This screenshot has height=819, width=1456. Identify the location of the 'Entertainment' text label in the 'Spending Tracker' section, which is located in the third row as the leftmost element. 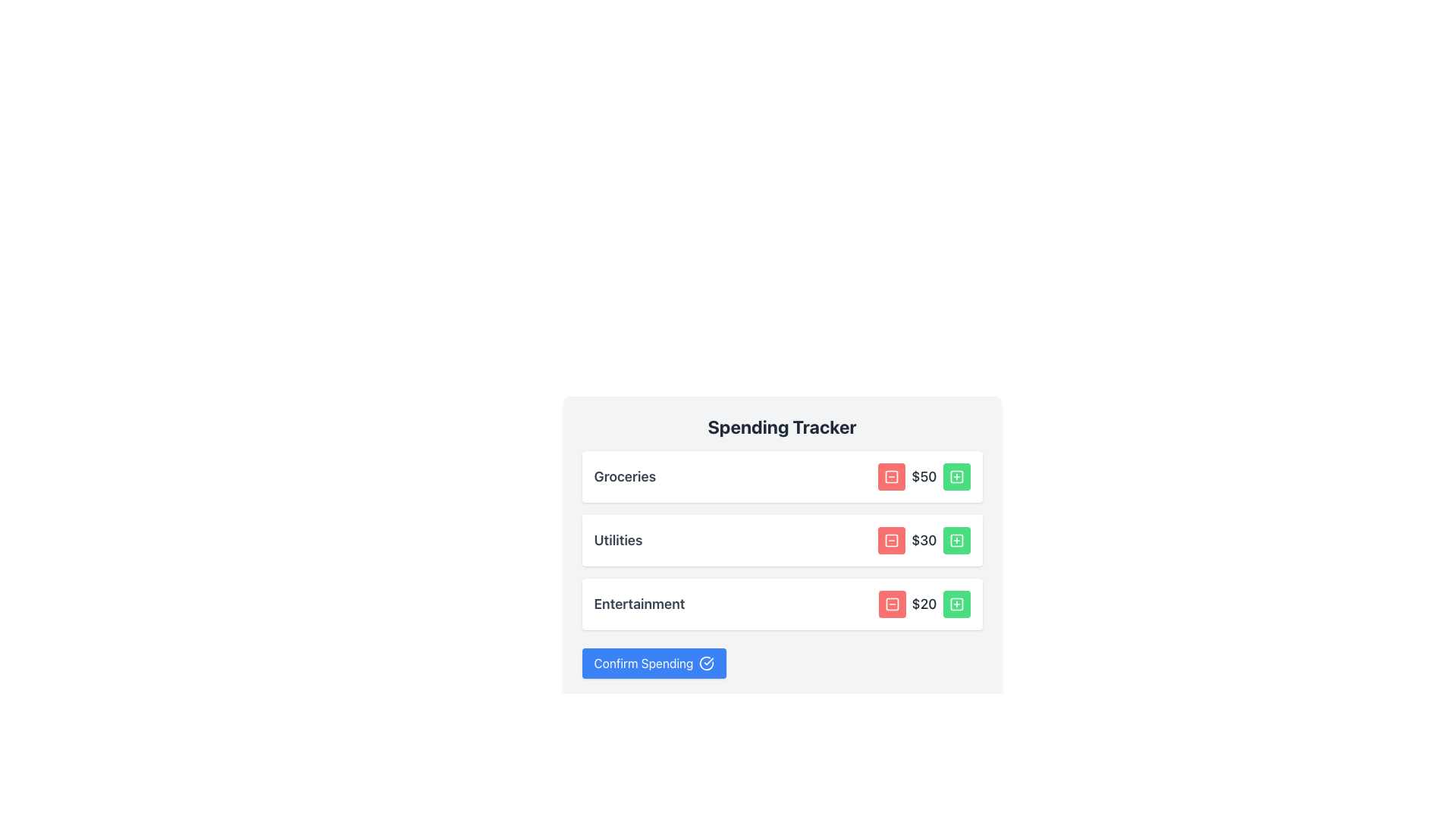
(639, 604).